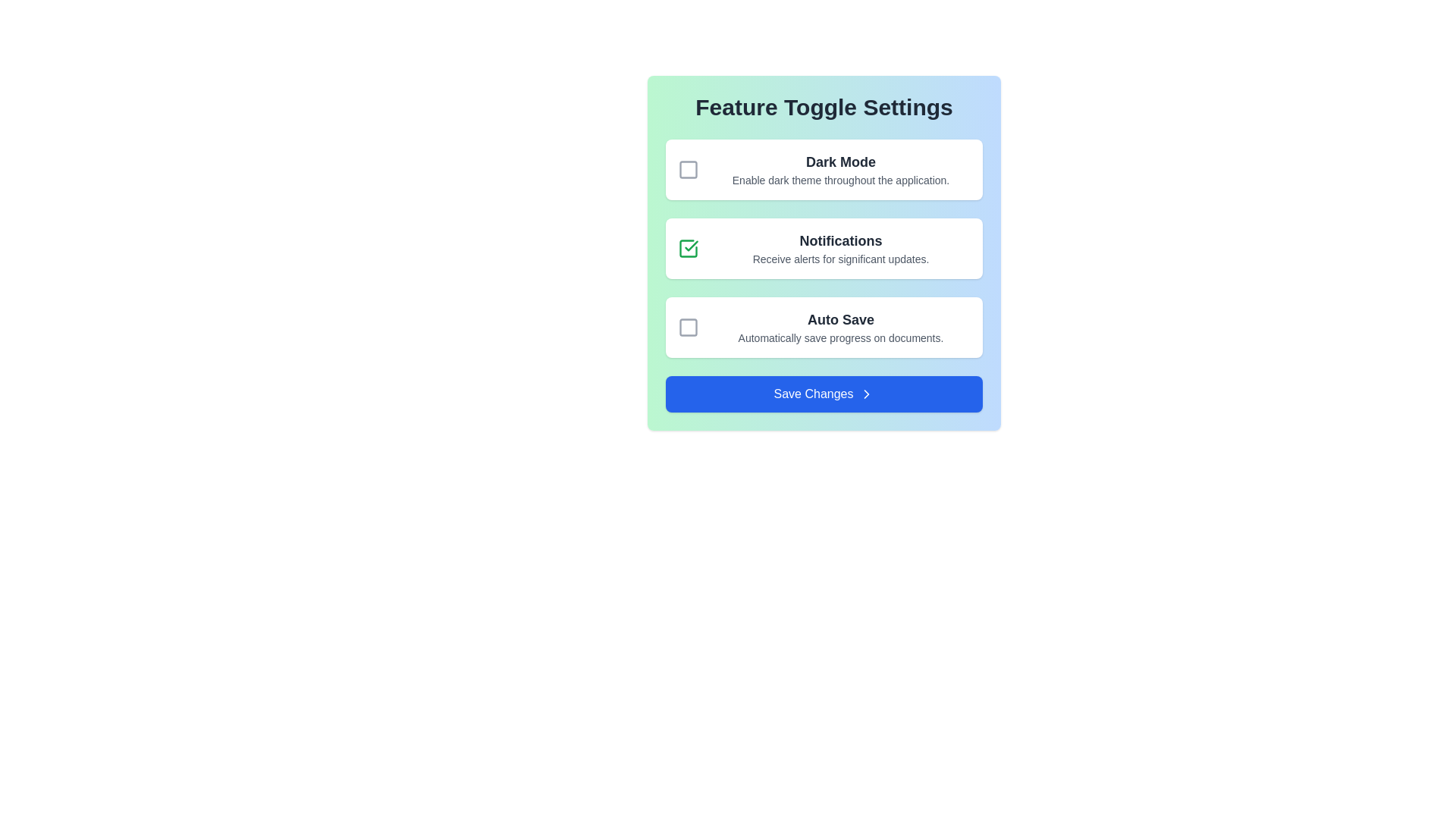 The image size is (1456, 819). Describe the element at coordinates (687, 169) in the screenshot. I see `the unselected checkbox located in the card titled 'Dark Mode', which is the leftmost interactive component in the topmost card of the feature toggle list` at that location.